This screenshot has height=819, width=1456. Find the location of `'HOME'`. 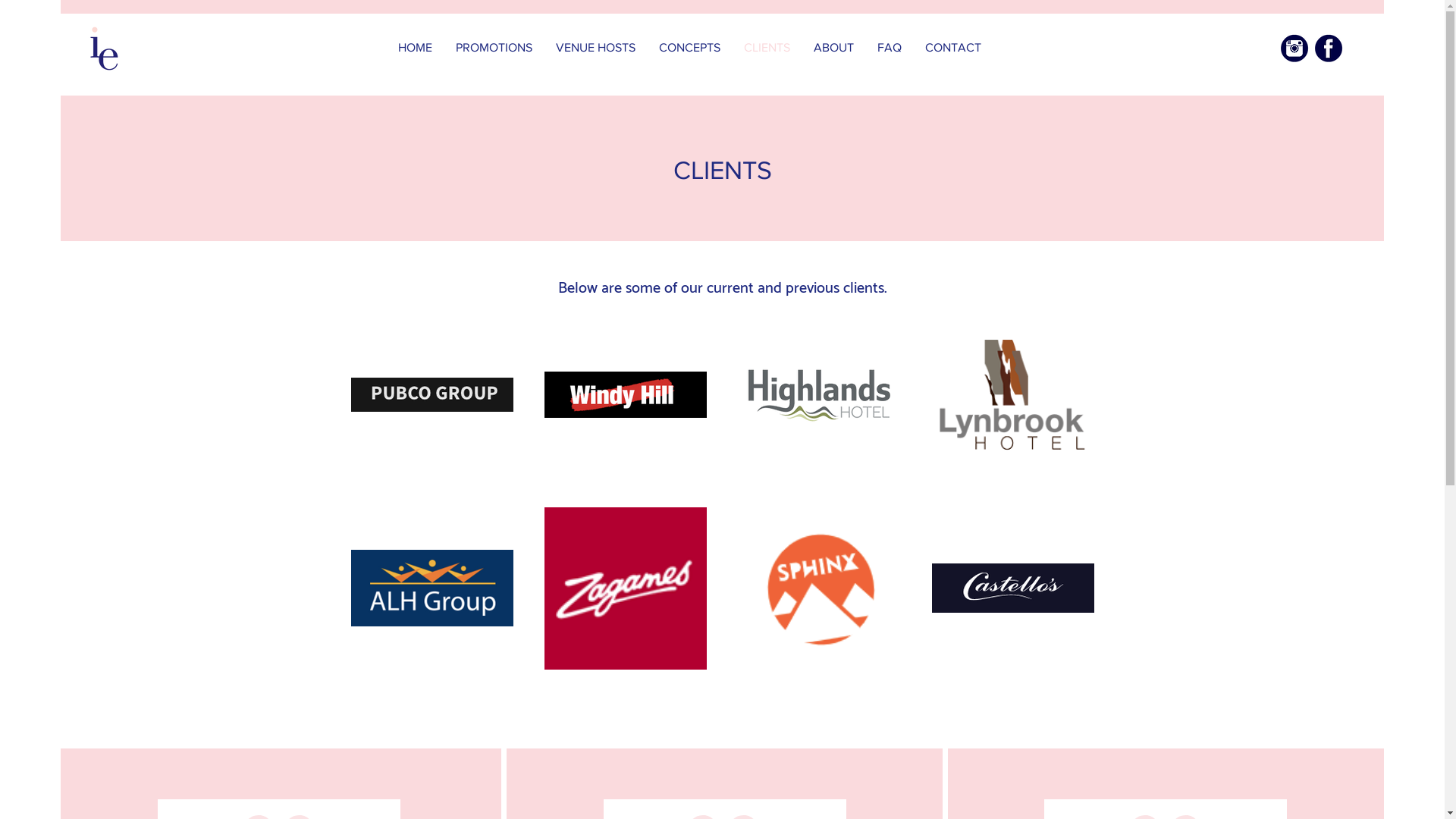

'HOME' is located at coordinates (415, 46).